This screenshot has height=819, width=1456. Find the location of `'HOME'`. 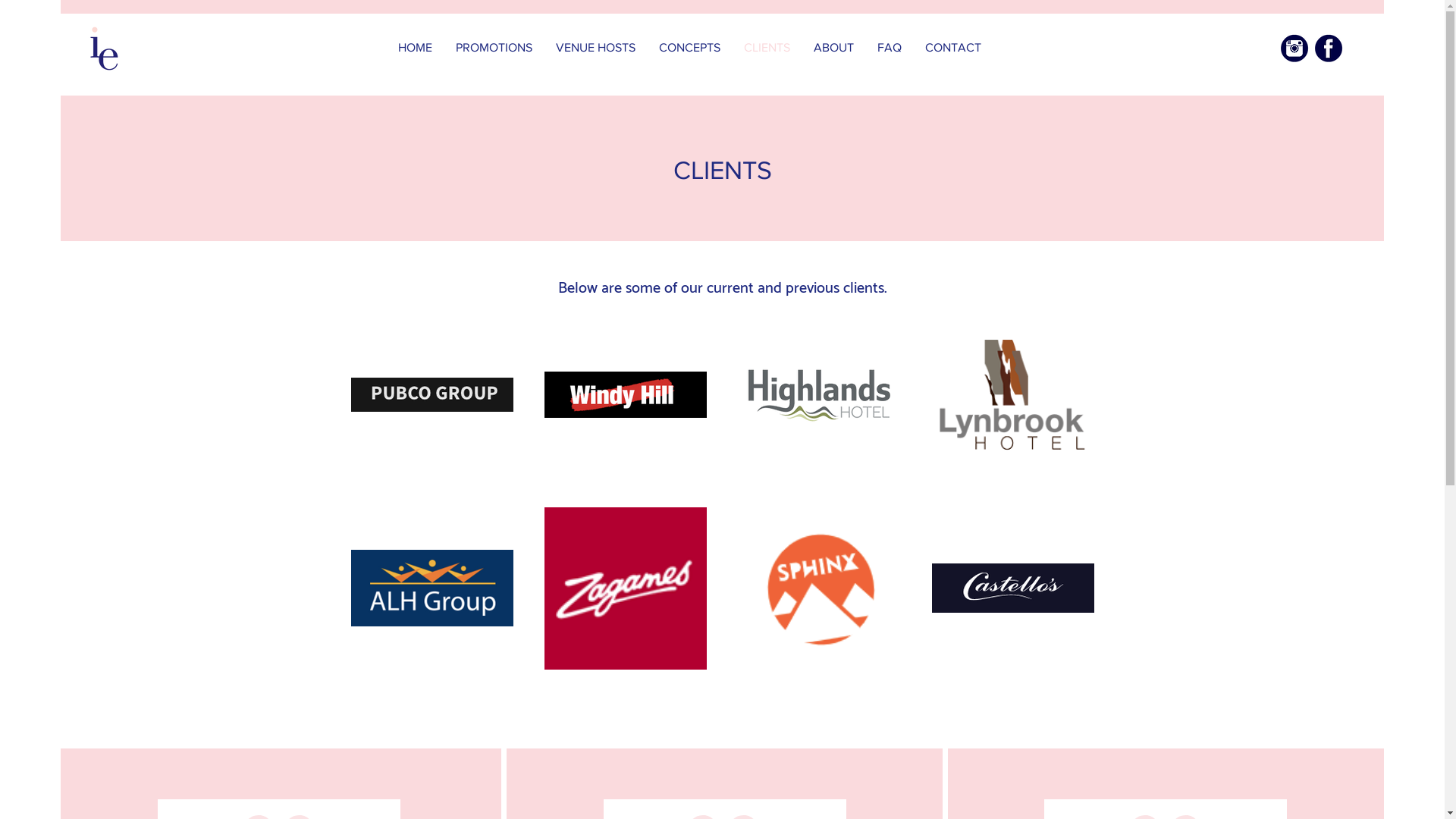

'HOME' is located at coordinates (415, 46).